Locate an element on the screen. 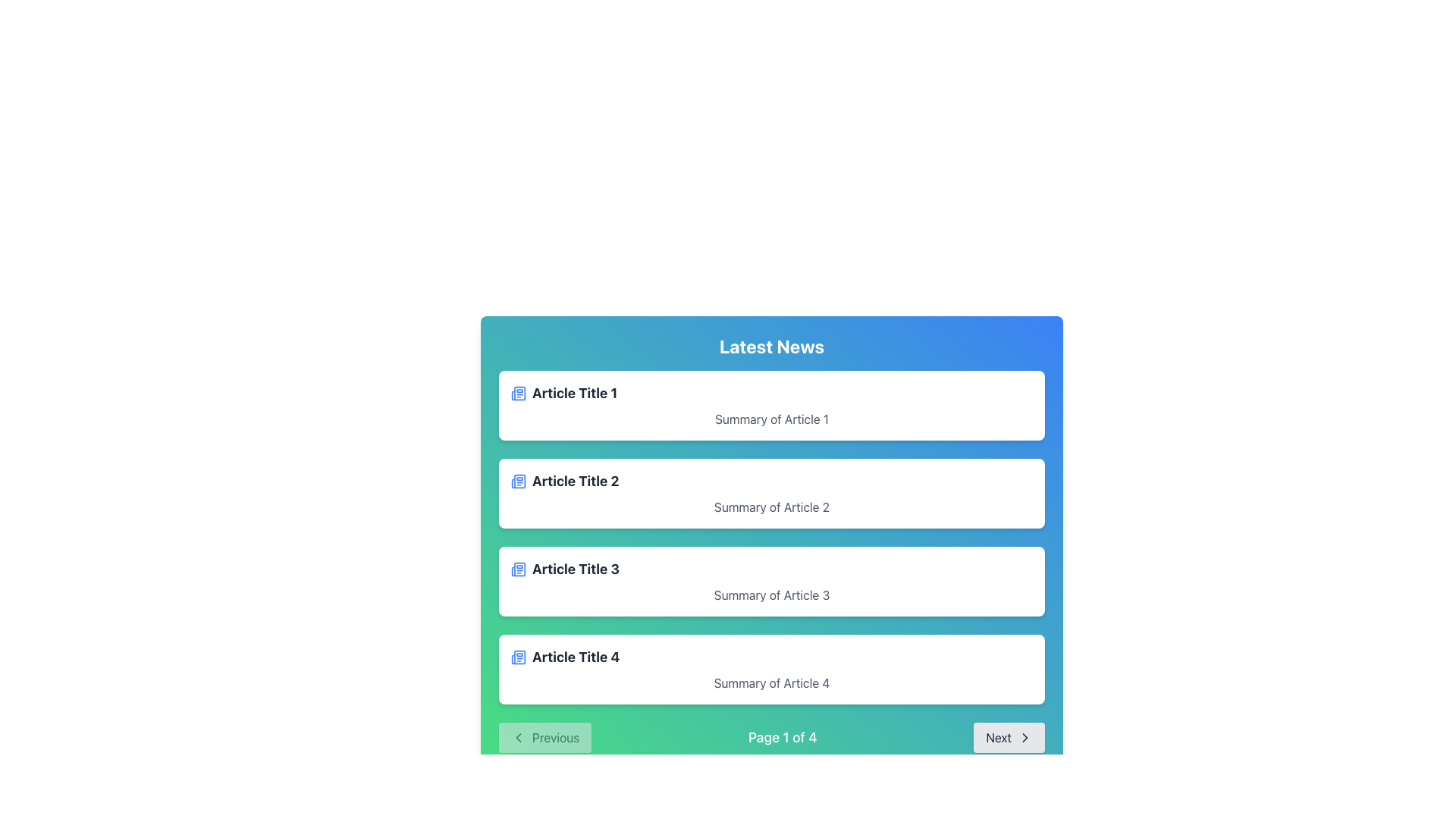  the blue newspaper icon located to the left of the text 'Article Title 1' in the first row of the news entry list is located at coordinates (519, 393).